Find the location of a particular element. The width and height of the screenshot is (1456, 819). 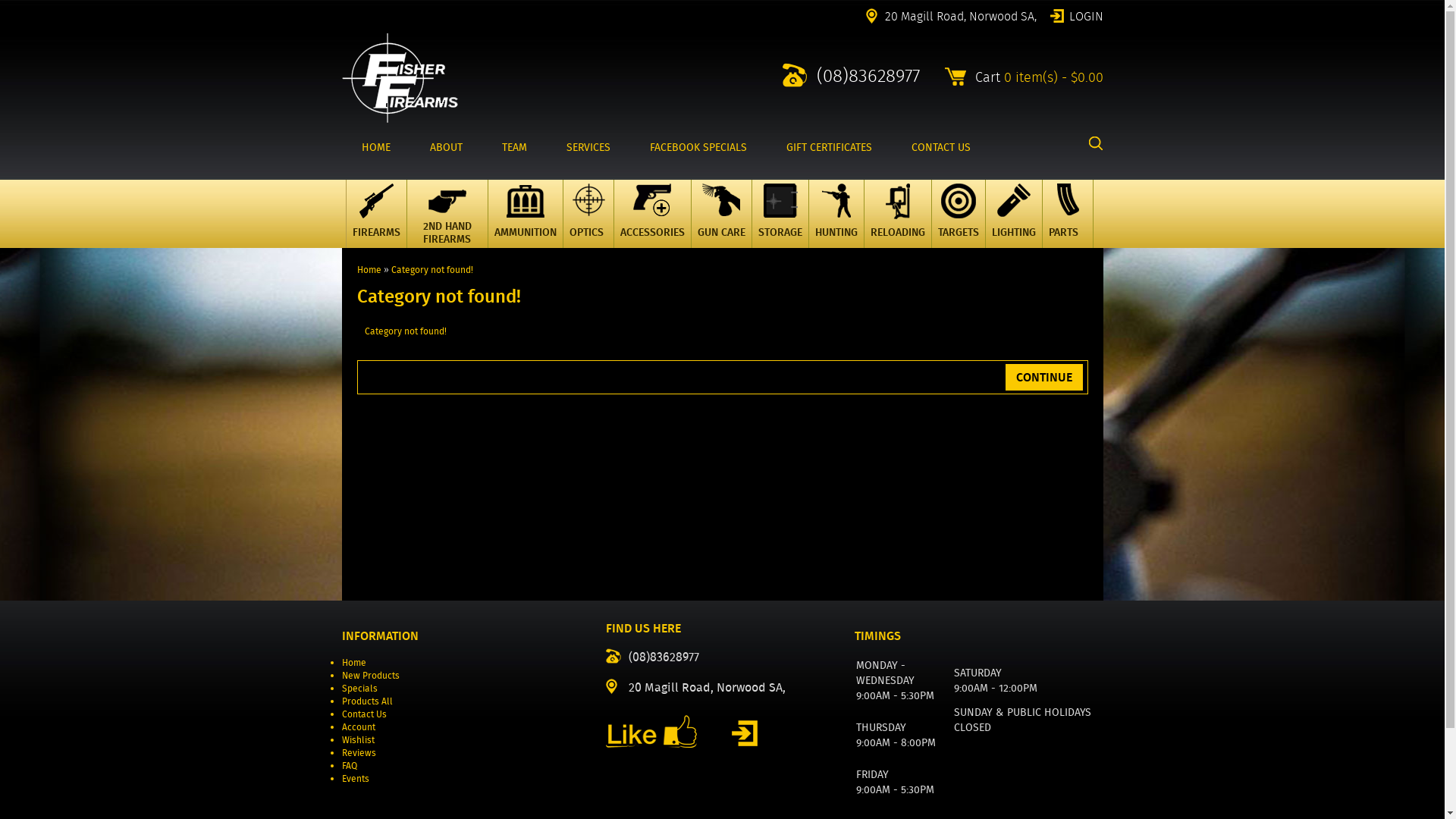

'RELOADING' is located at coordinates (896, 213).